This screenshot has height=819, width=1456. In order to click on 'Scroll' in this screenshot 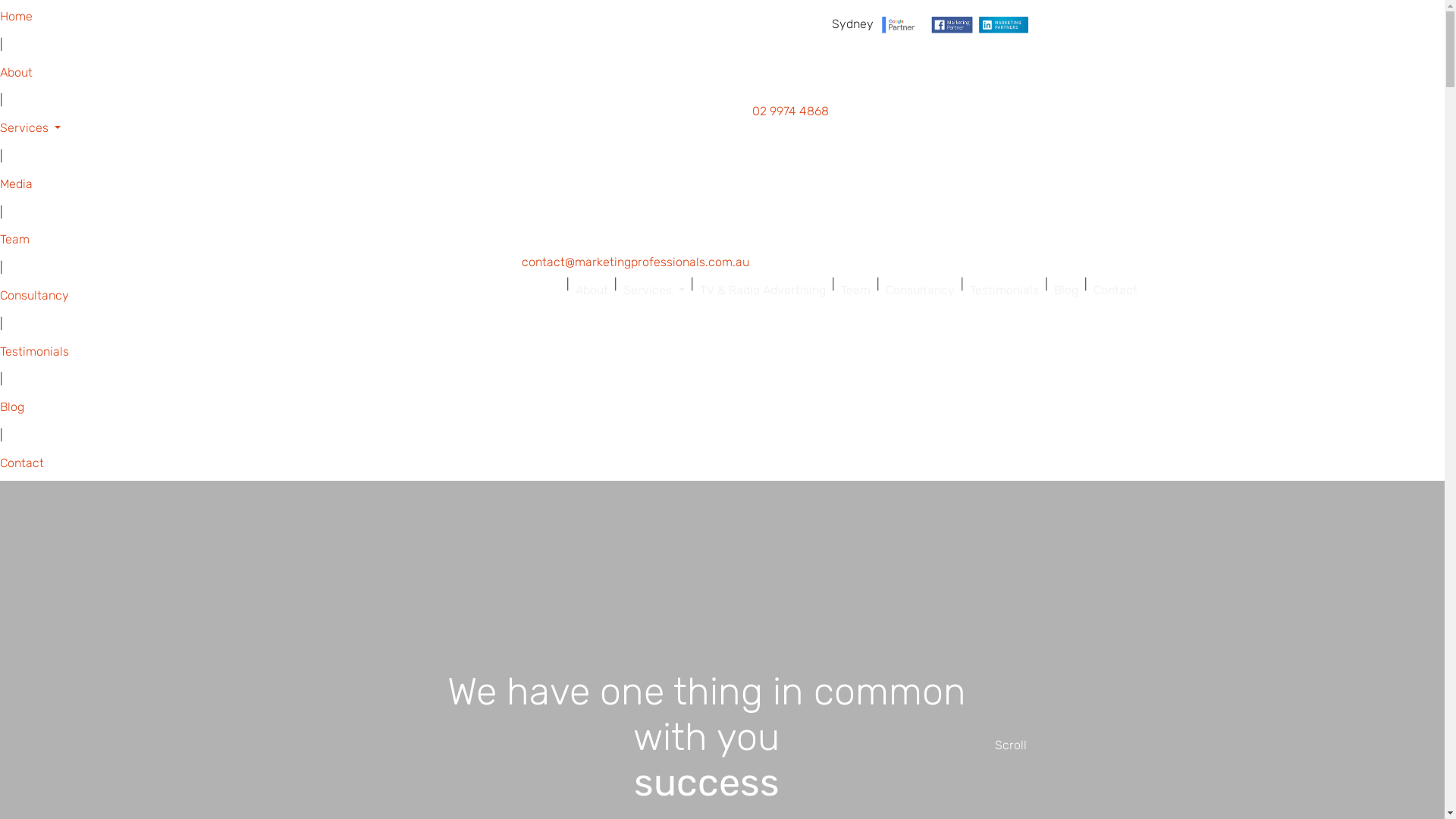, I will do `click(1011, 745)`.